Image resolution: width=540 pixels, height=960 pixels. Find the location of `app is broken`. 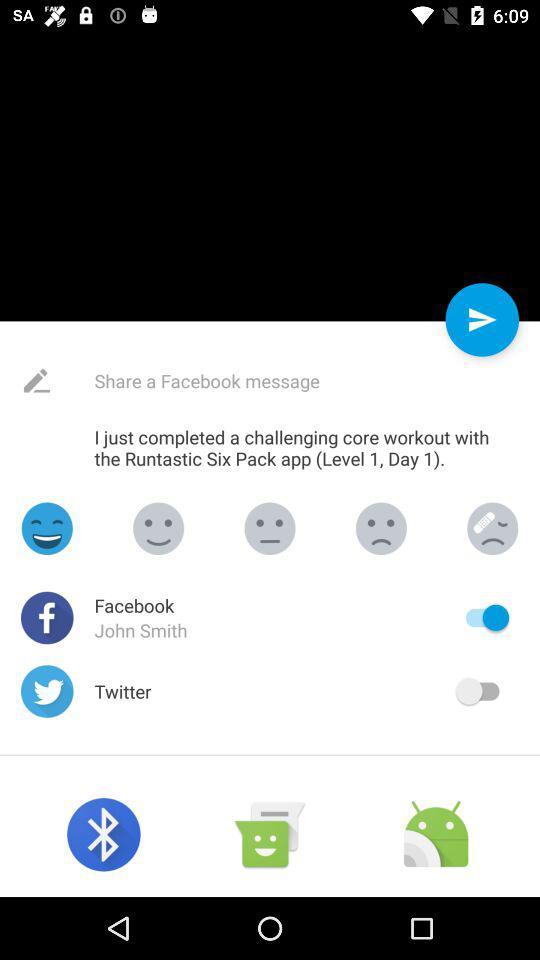

app is broken is located at coordinates (491, 527).